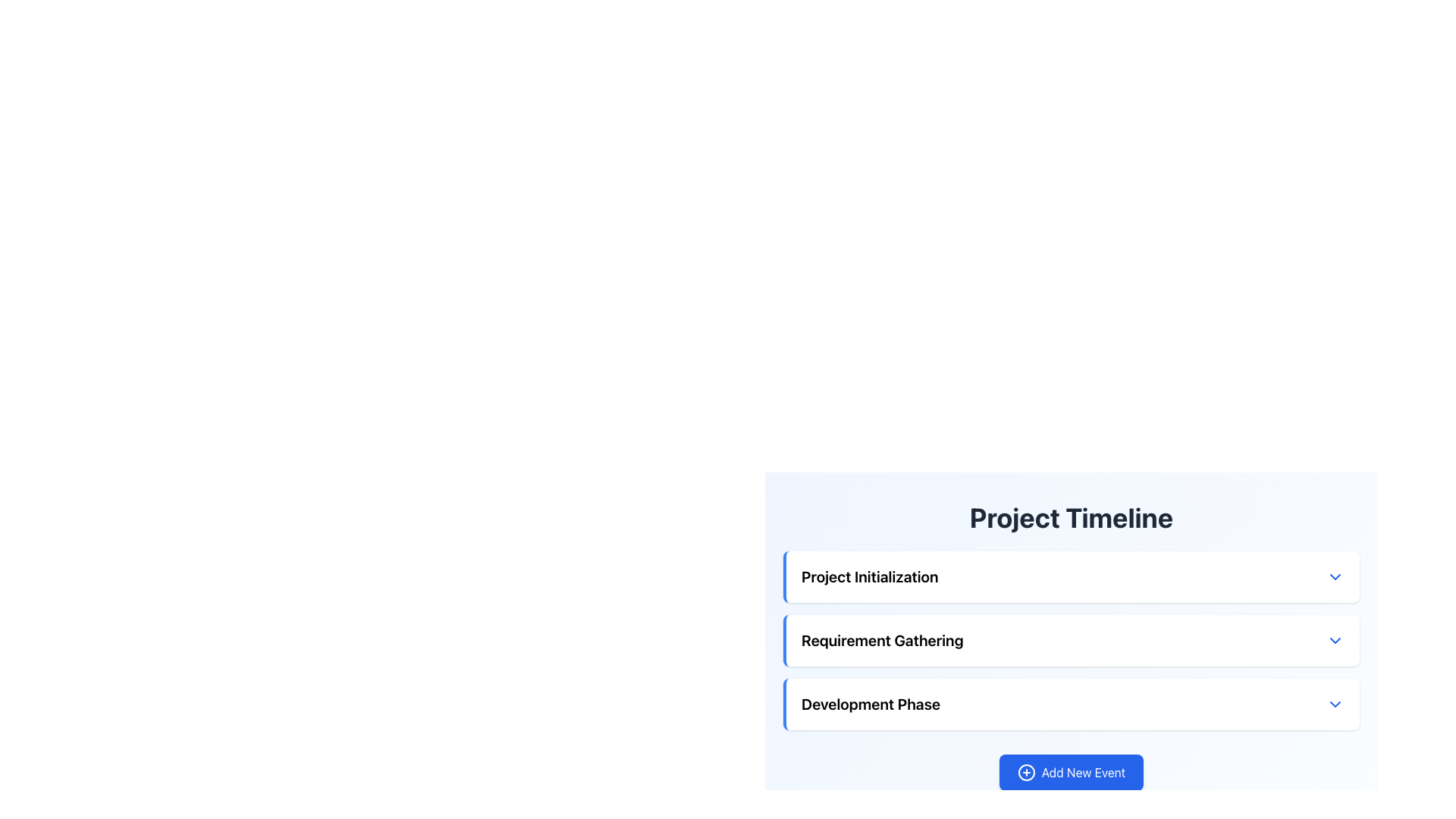 The width and height of the screenshot is (1456, 819). I want to click on the third Collapsible List Item in the Project Timeline section, which is located between 'Requirement Gathering' and 'Add New Event', so click(1072, 704).